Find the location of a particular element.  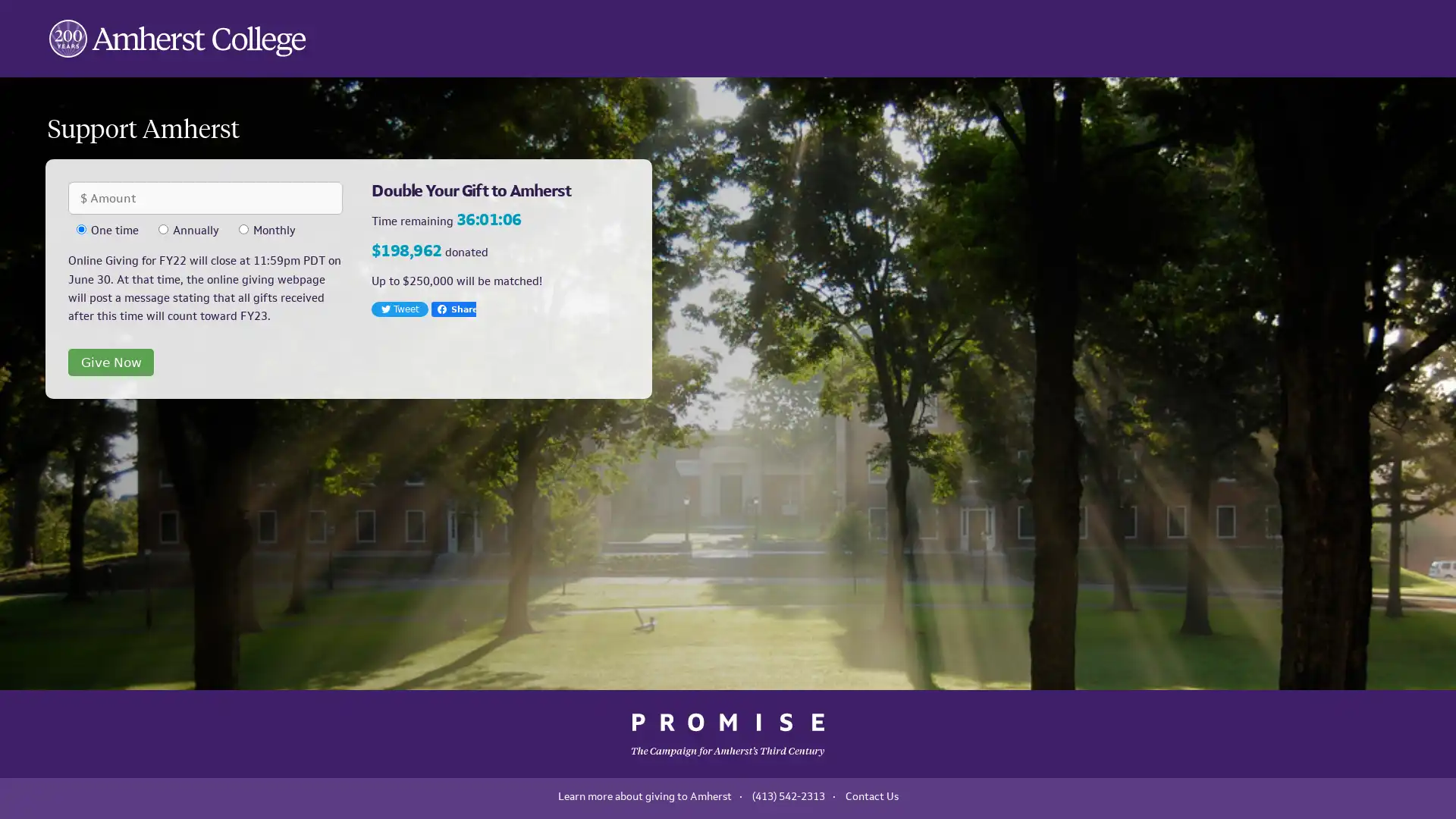

Give Now is located at coordinates (110, 362).